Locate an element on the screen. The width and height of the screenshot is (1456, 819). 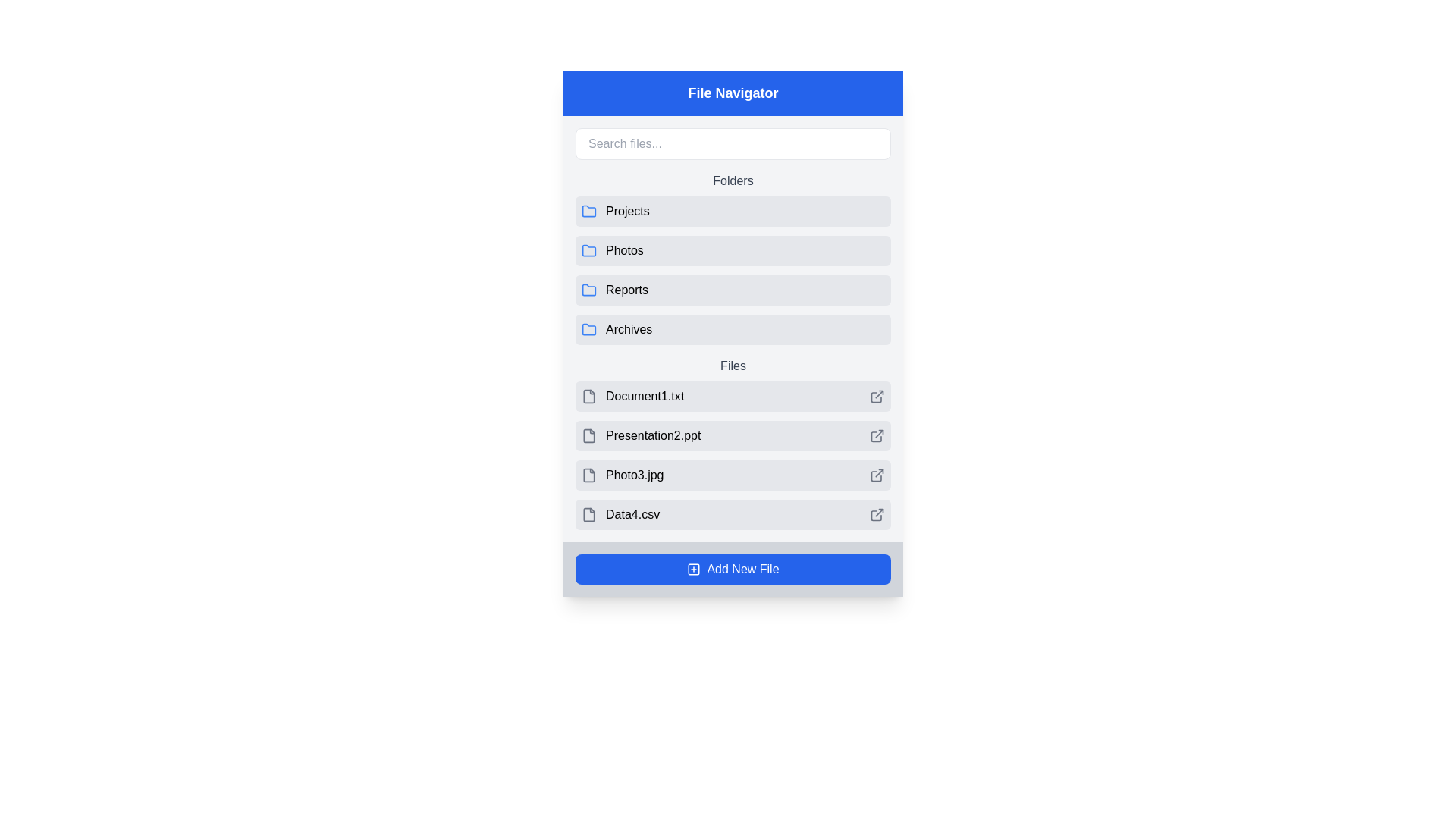
the external link icon button located to the right of the 'Presentation2.ppt' file name in the 'Files' section is located at coordinates (879, 434).